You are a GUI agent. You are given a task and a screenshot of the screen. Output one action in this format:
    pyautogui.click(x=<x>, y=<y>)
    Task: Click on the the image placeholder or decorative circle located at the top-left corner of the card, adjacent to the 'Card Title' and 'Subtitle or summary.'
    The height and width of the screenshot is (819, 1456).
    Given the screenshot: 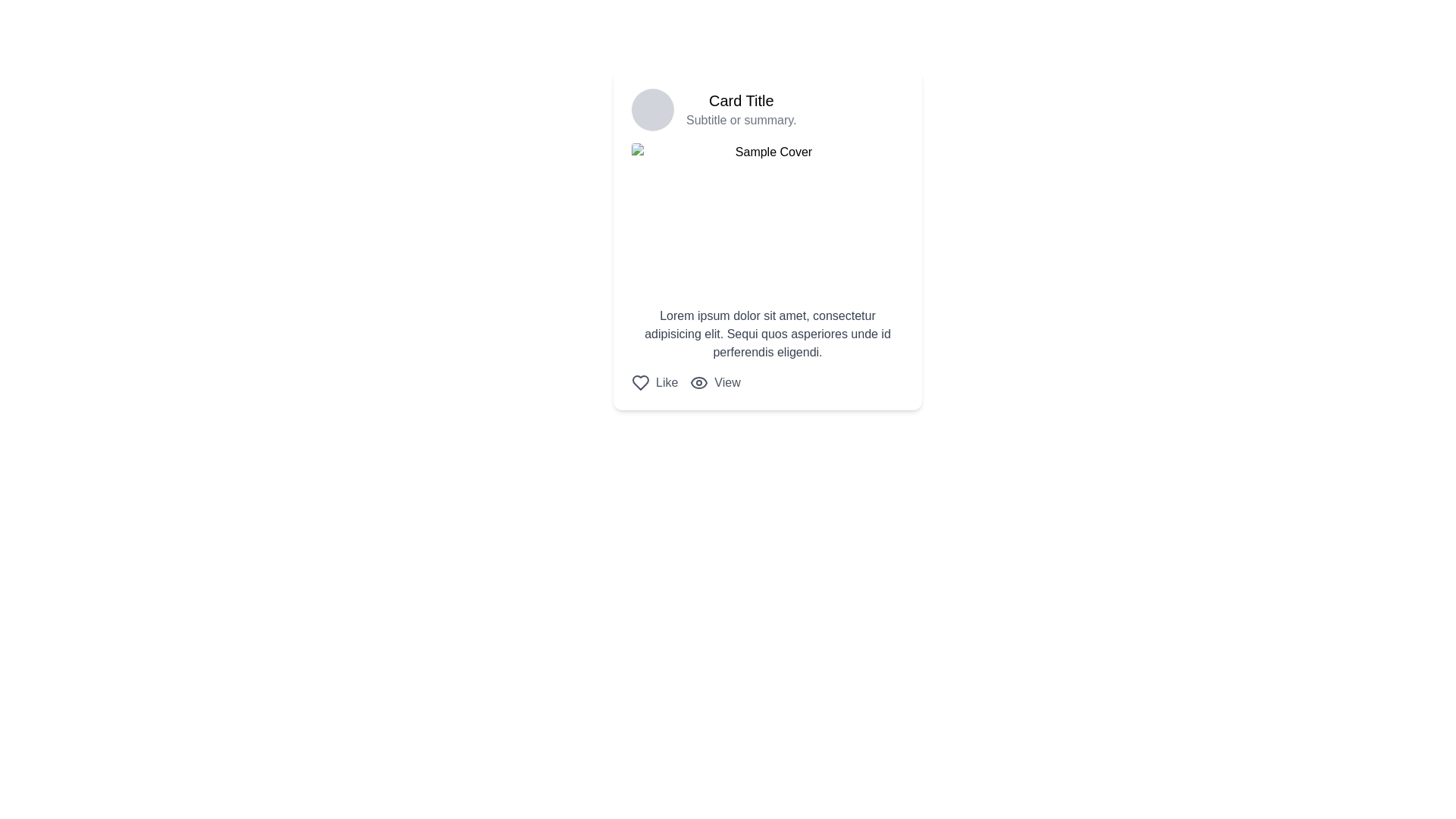 What is the action you would take?
    pyautogui.click(x=652, y=109)
    